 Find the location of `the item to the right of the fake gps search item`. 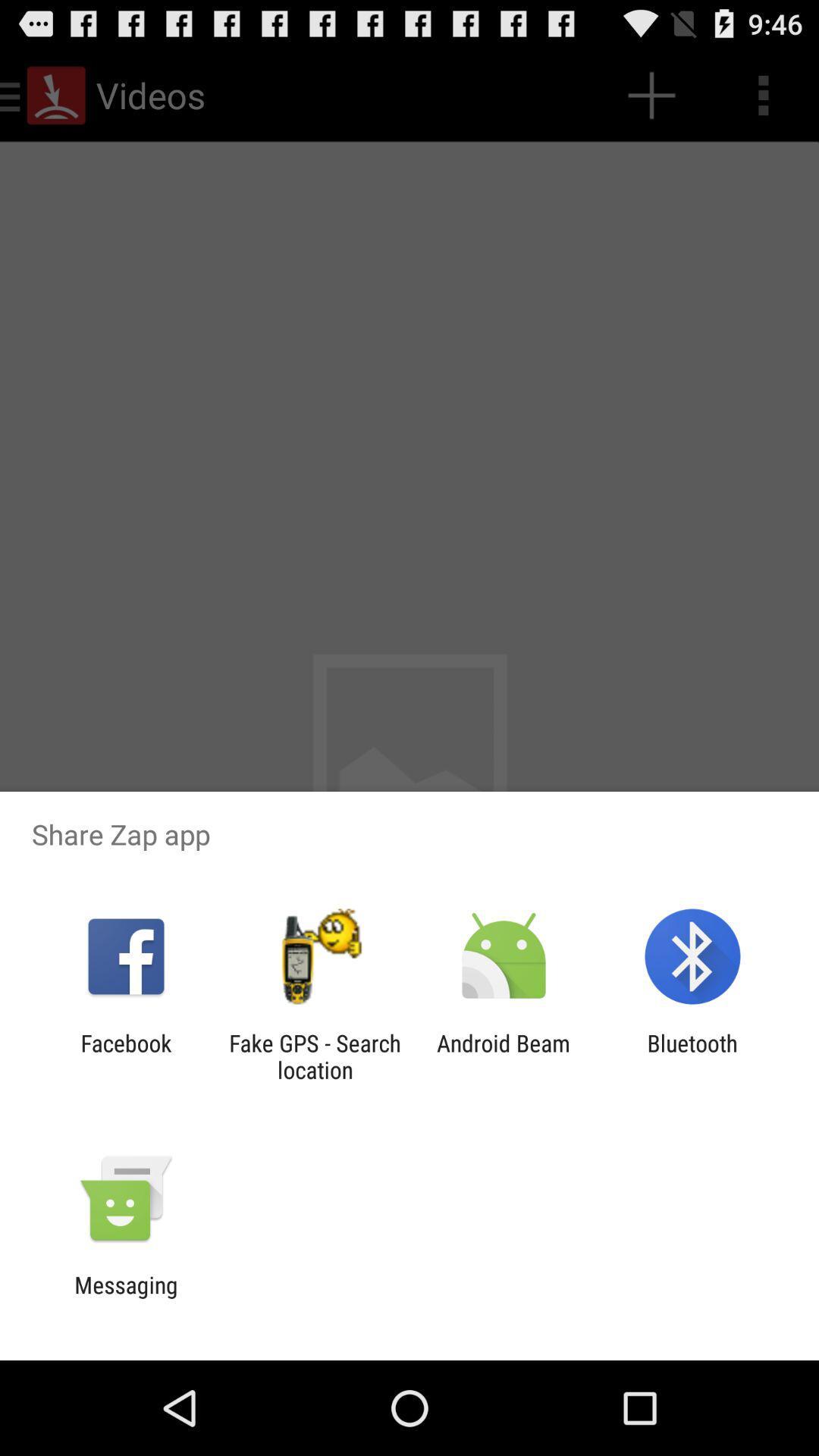

the item to the right of the fake gps search item is located at coordinates (504, 1056).